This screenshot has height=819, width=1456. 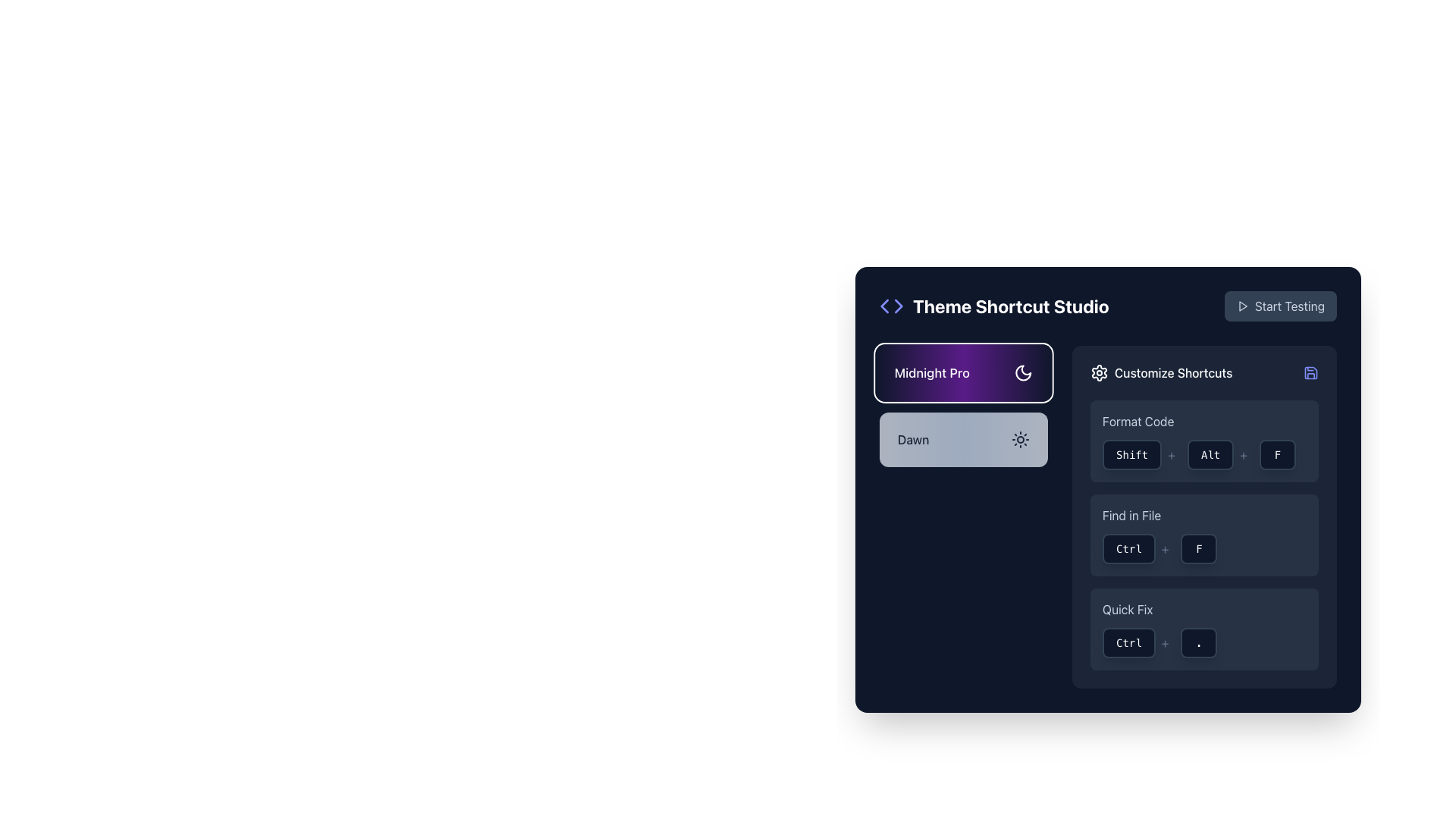 I want to click on the rectangular button labeled 'Midnight Pro' with a gradient background, so click(x=963, y=373).